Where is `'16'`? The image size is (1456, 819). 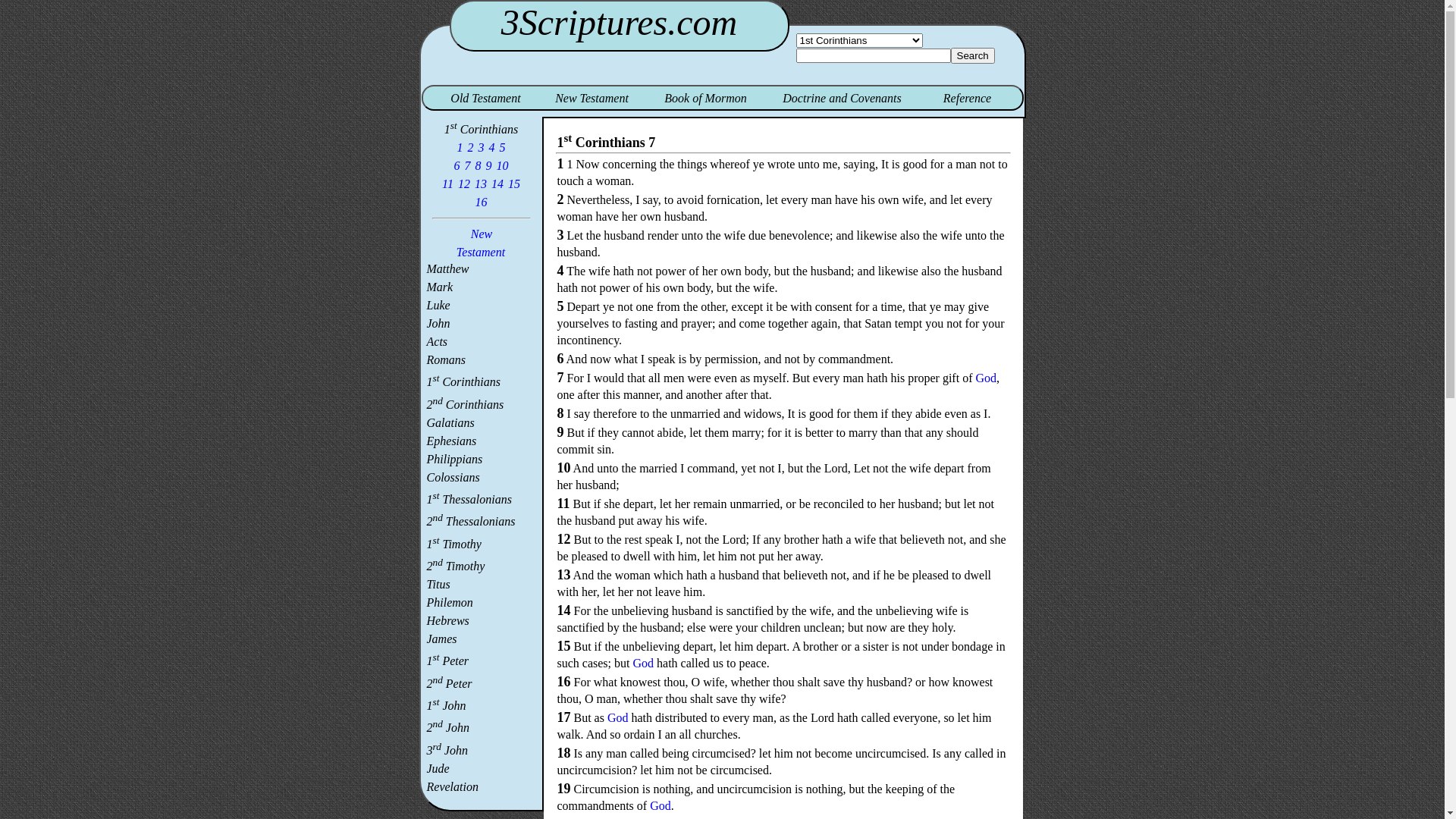 '16' is located at coordinates (480, 201).